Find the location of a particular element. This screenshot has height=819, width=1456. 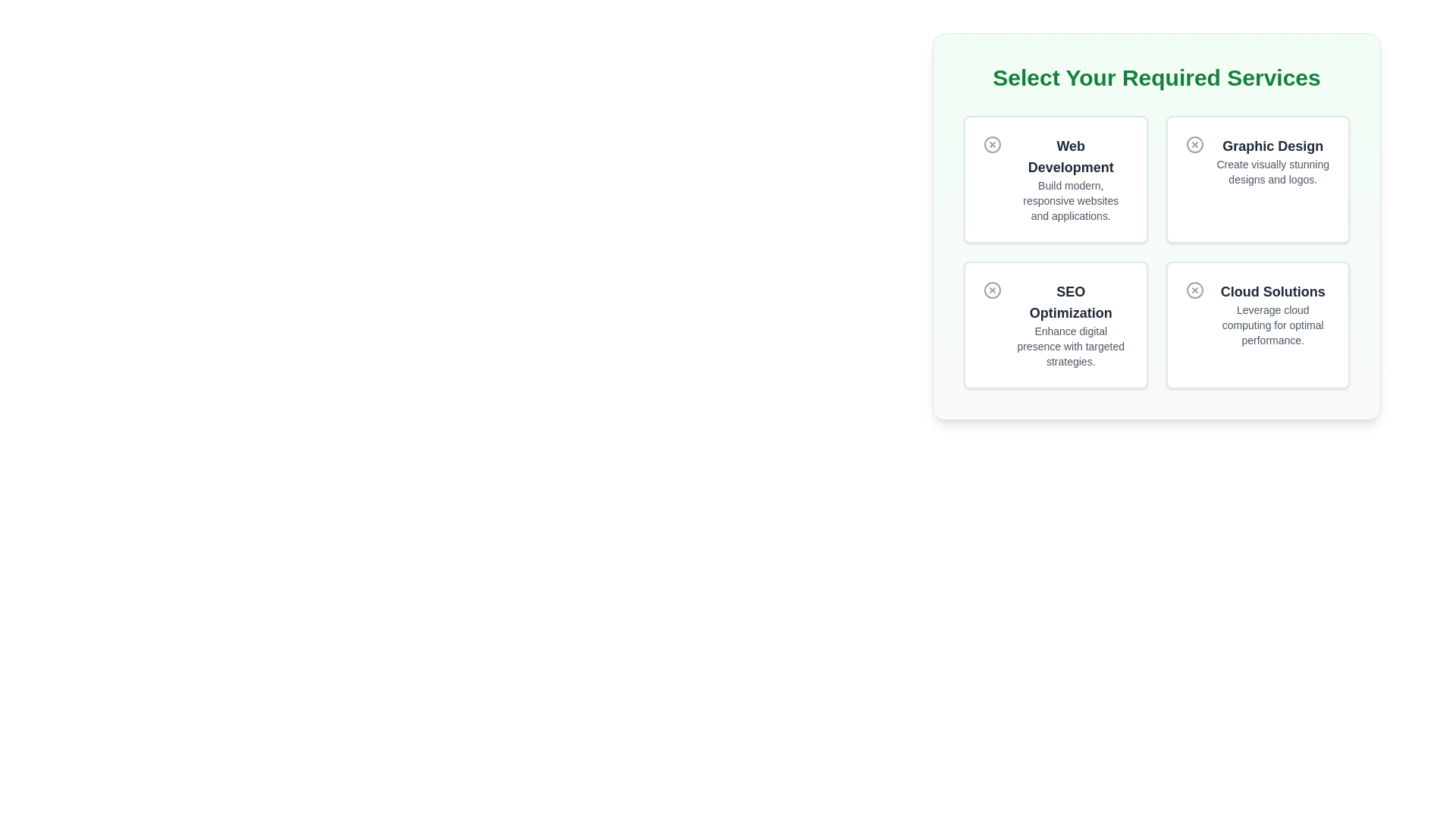

the static text element that describes the 'Graphic Design' service, located in the top-right quadrant of the interface, below the icon of the second service card from the left is located at coordinates (1272, 161).